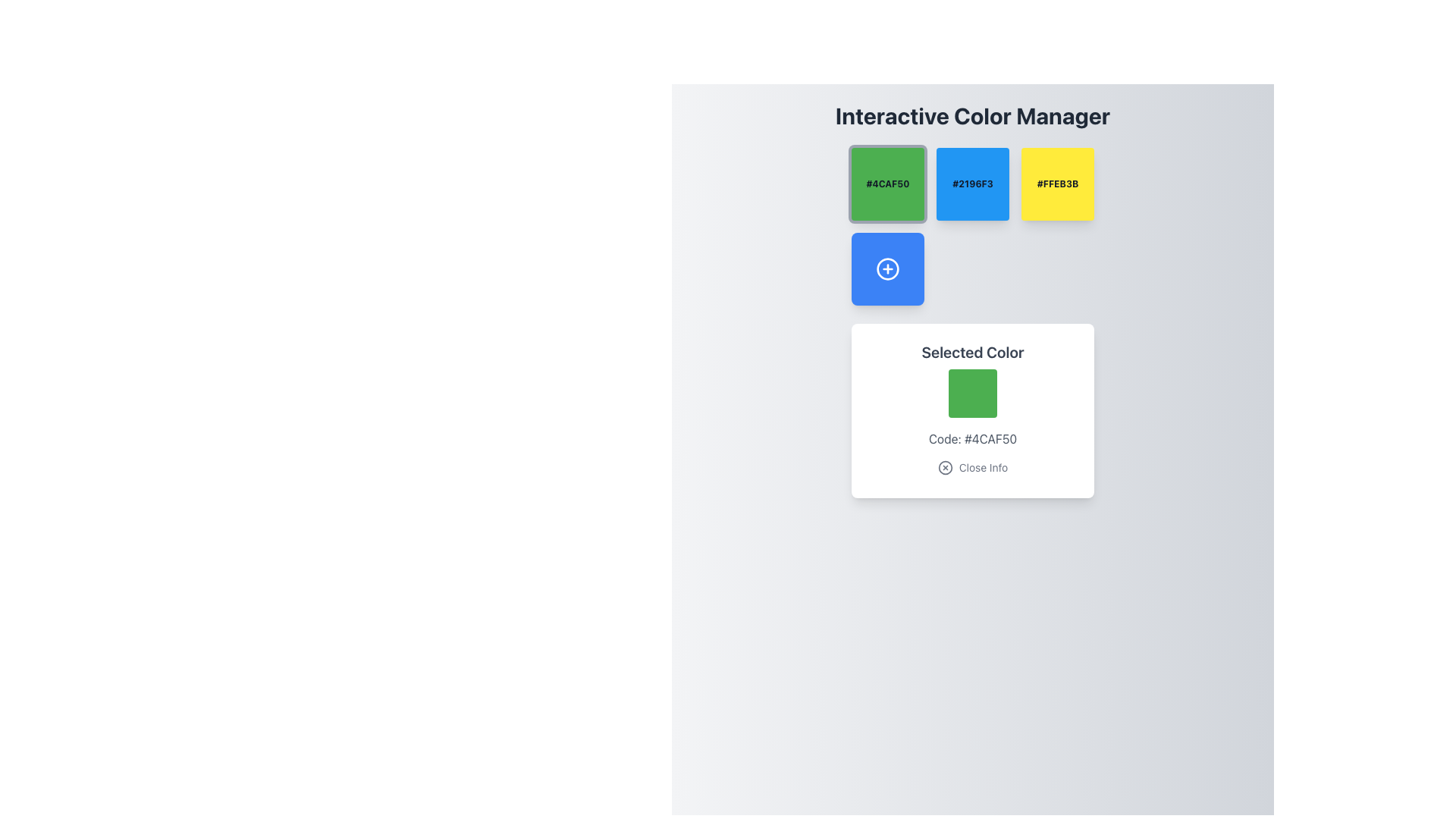 This screenshot has width=1456, height=819. I want to click on the static text display that shows the hexadecimal code of the selected color, so click(972, 438).